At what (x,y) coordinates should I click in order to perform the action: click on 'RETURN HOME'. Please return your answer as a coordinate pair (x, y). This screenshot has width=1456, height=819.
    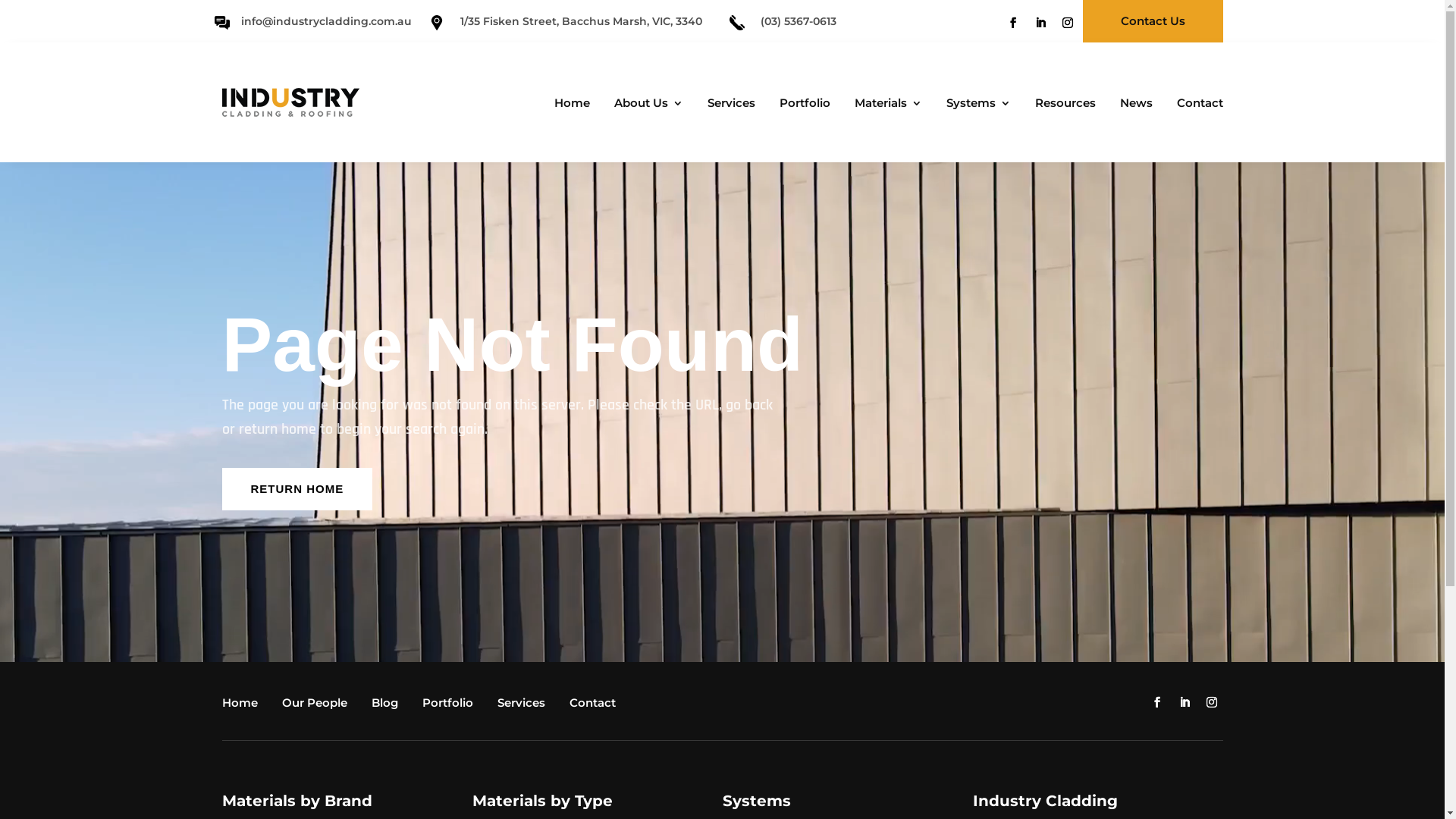
    Looking at the image, I should click on (297, 488).